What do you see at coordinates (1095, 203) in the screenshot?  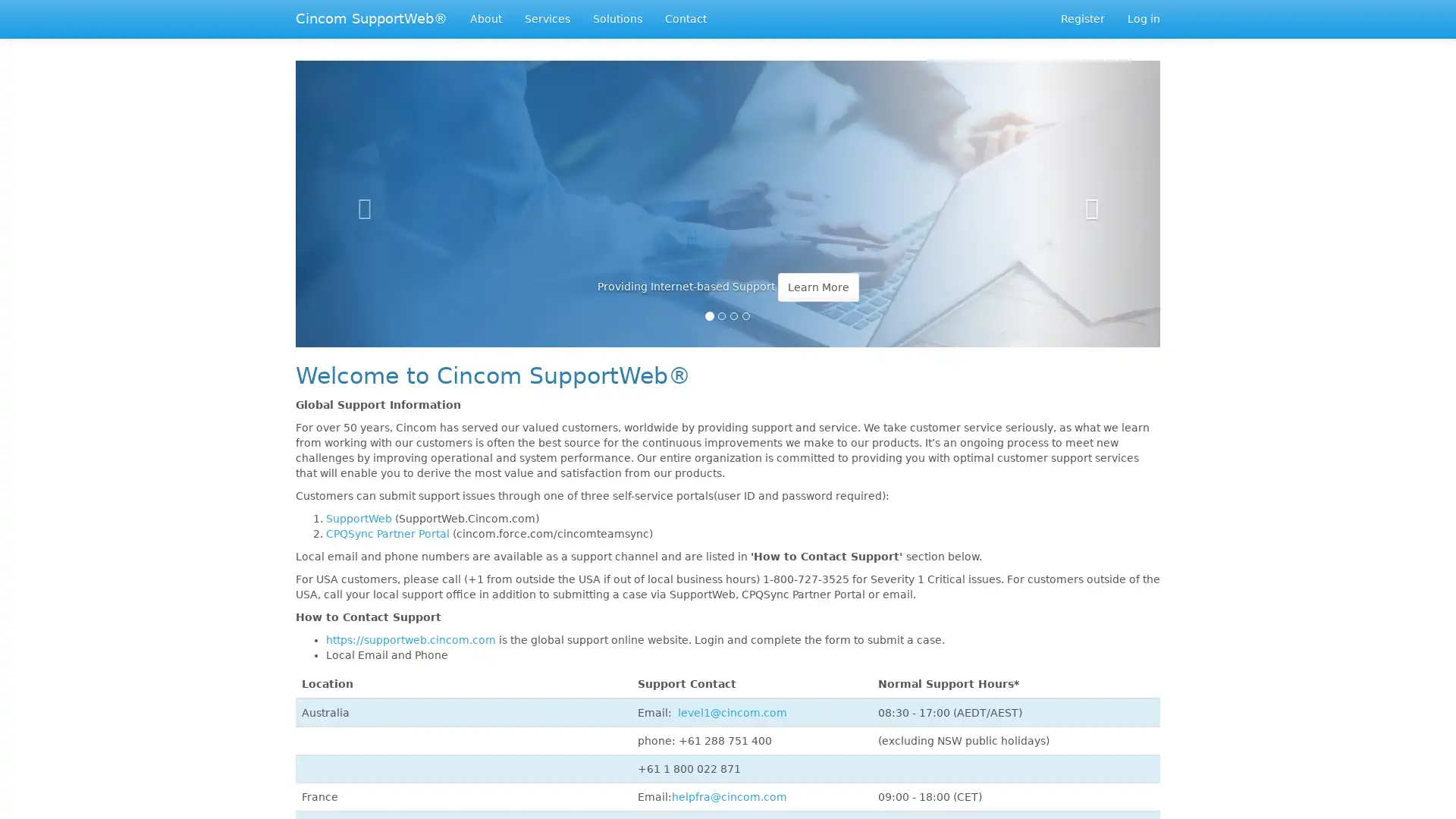 I see `Next` at bounding box center [1095, 203].